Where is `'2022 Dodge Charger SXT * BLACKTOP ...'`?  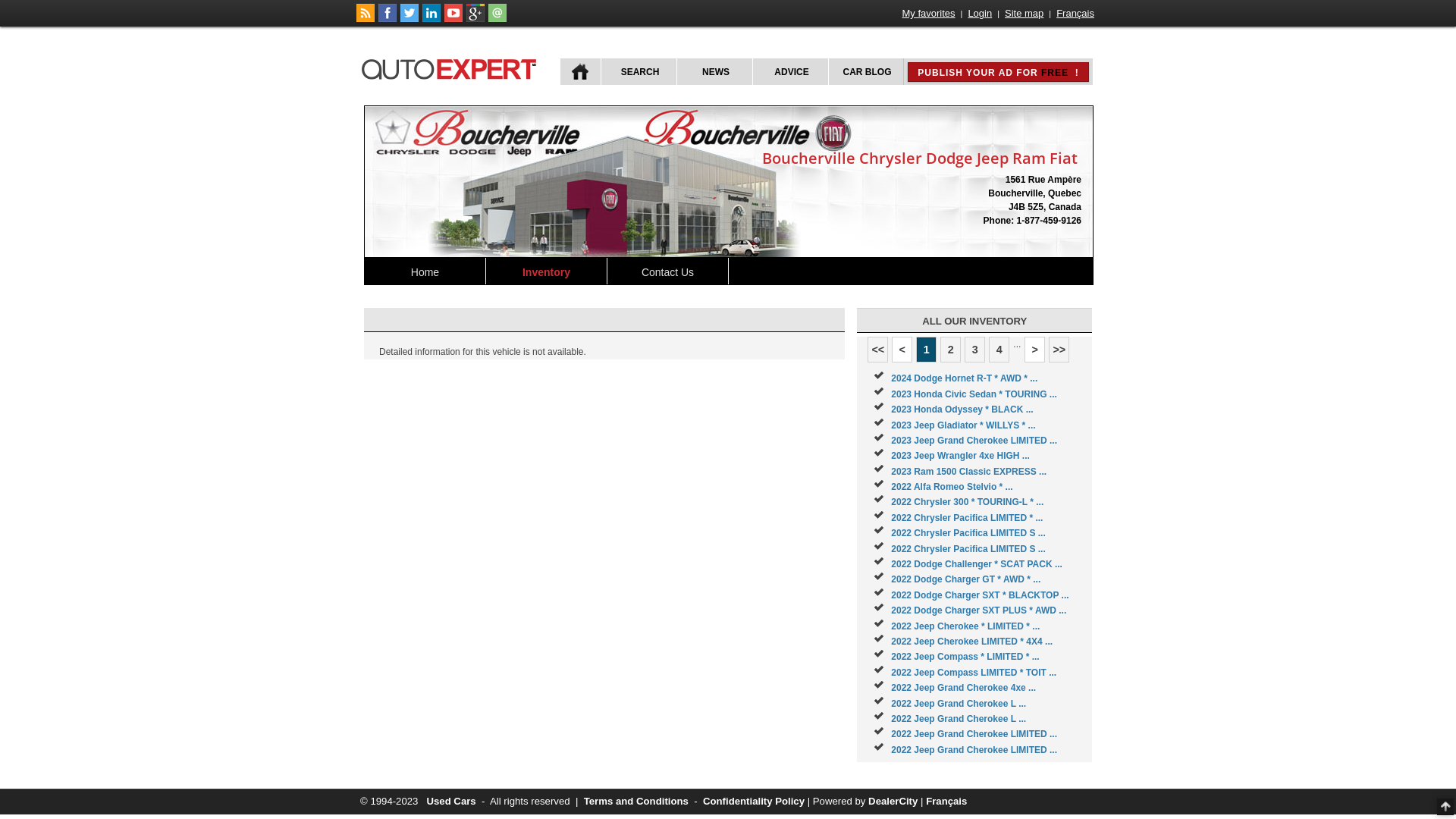
'2022 Dodge Charger SXT * BLACKTOP ...' is located at coordinates (979, 595).